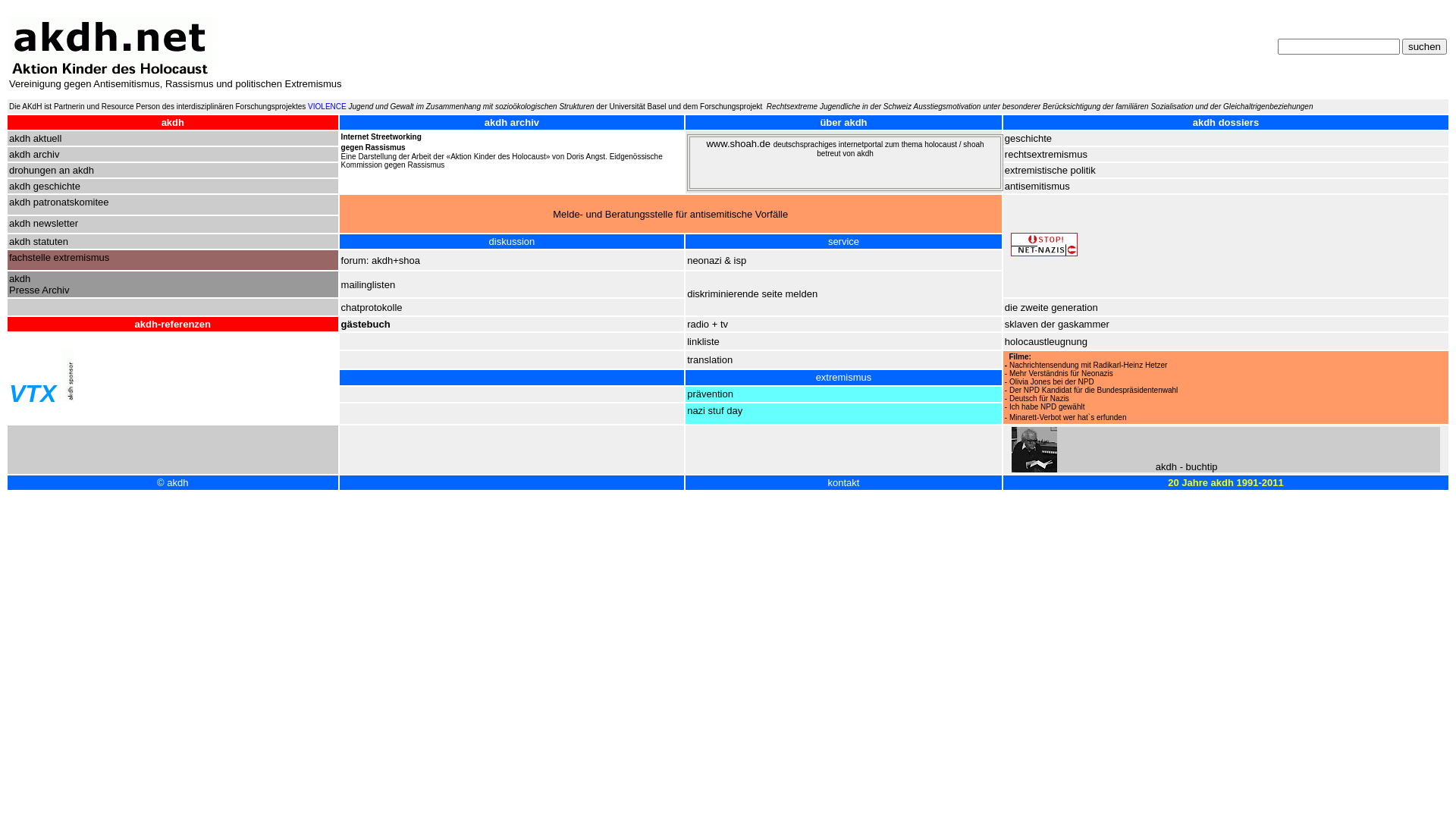 This screenshot has width=1456, height=819. I want to click on 'VTX', so click(33, 393).